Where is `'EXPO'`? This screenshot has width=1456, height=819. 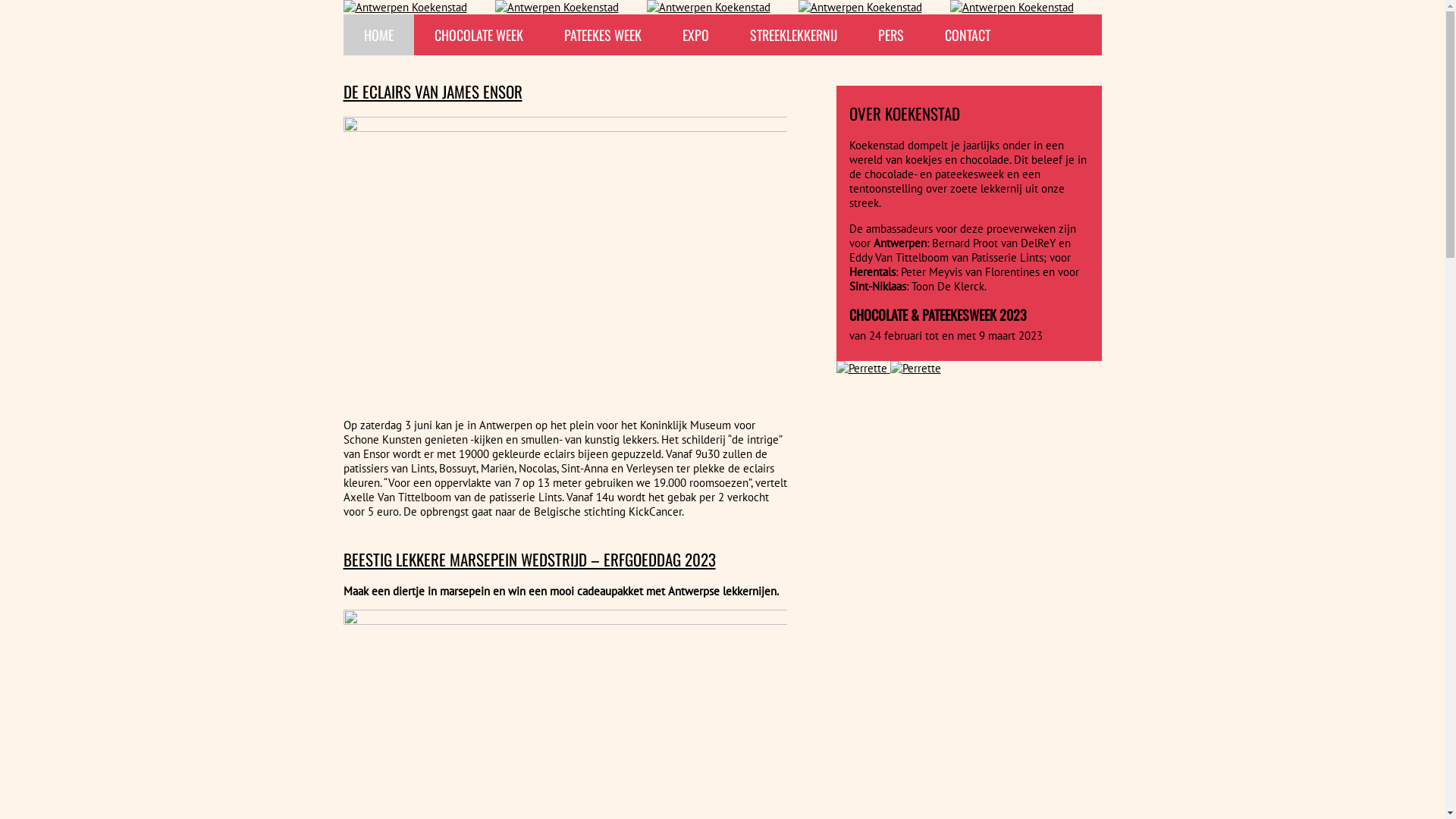 'EXPO' is located at coordinates (661, 34).